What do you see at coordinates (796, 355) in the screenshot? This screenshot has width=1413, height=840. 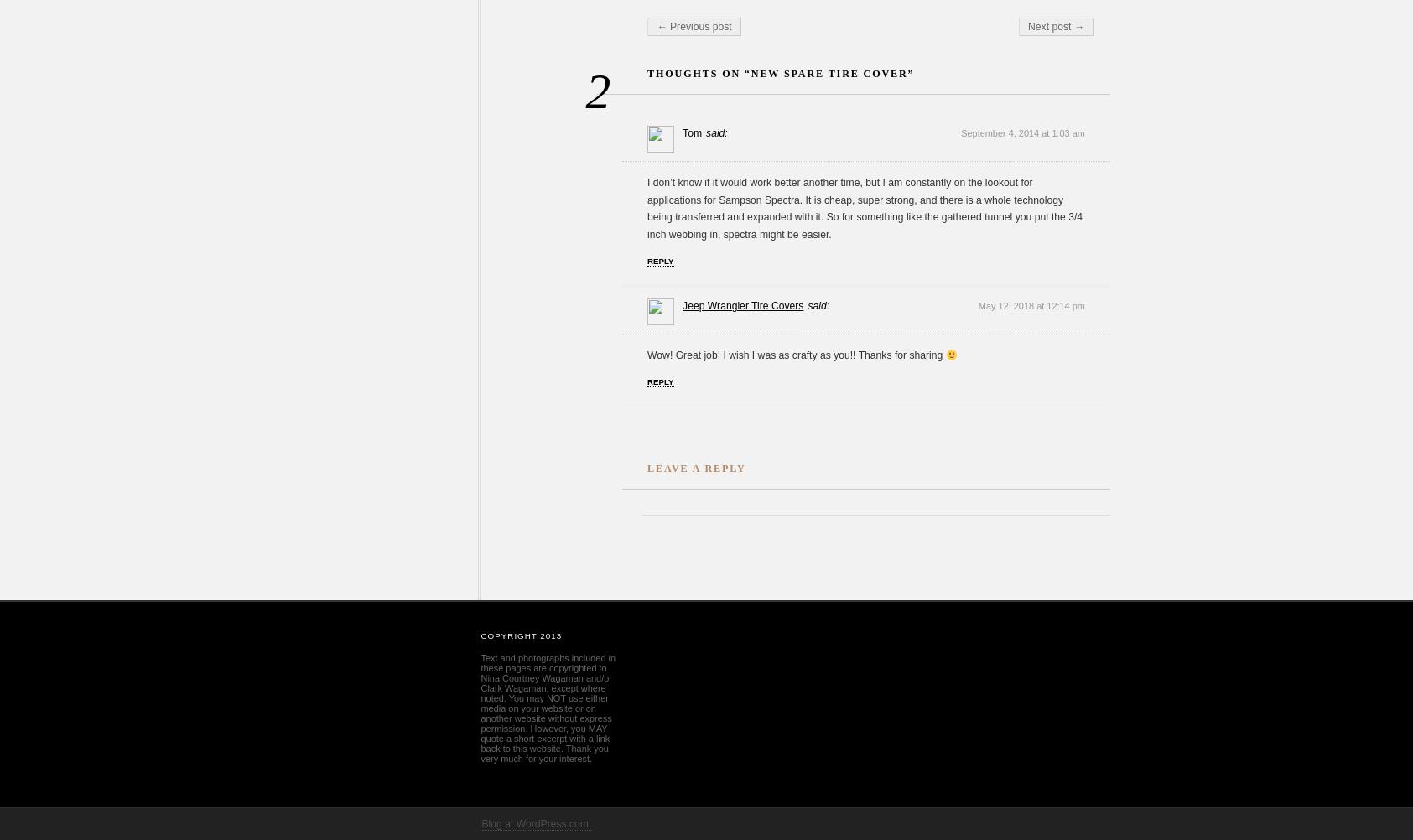 I see `'Wow! Great job! I wish I was as crafty as you!! Thanks for sharing'` at bounding box center [796, 355].